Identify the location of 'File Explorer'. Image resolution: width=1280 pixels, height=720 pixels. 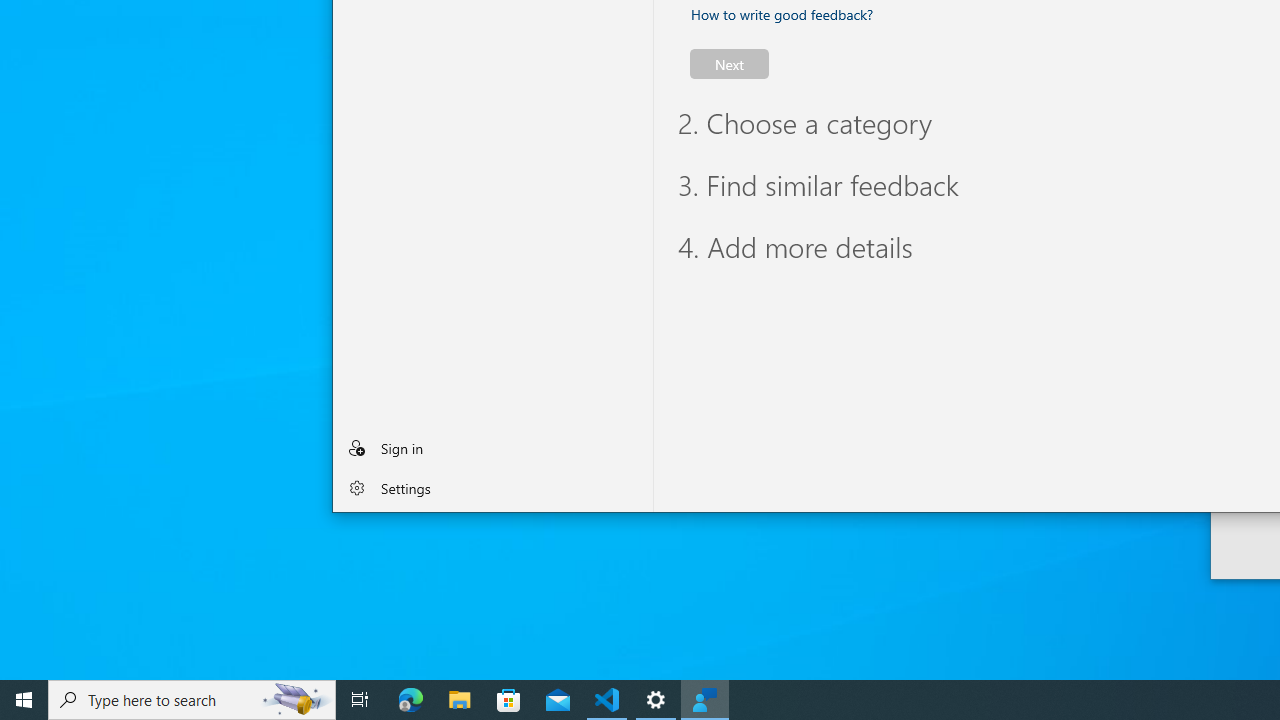
(459, 698).